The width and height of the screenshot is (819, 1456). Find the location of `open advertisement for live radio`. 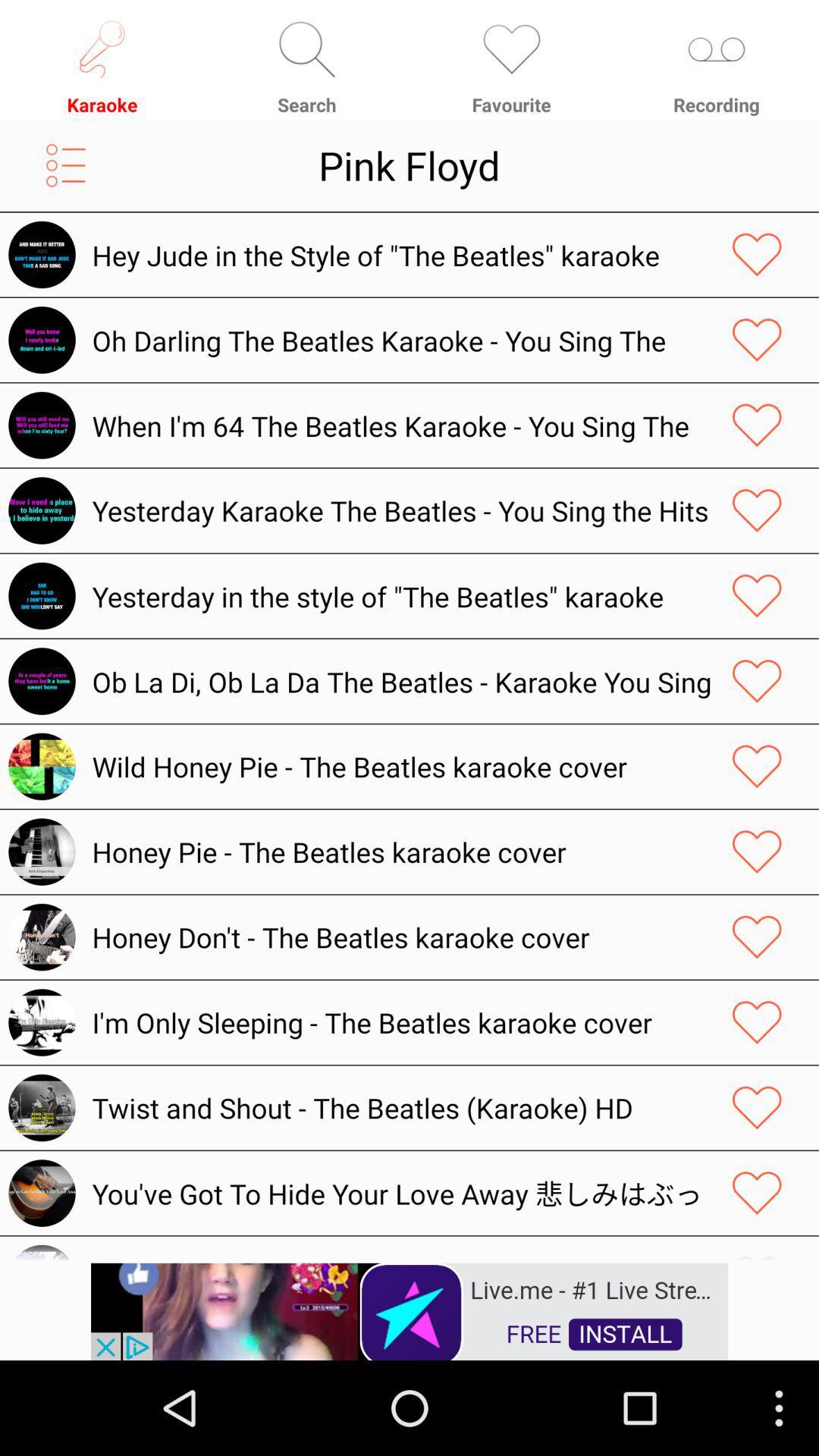

open advertisement for live radio is located at coordinates (409, 1310).